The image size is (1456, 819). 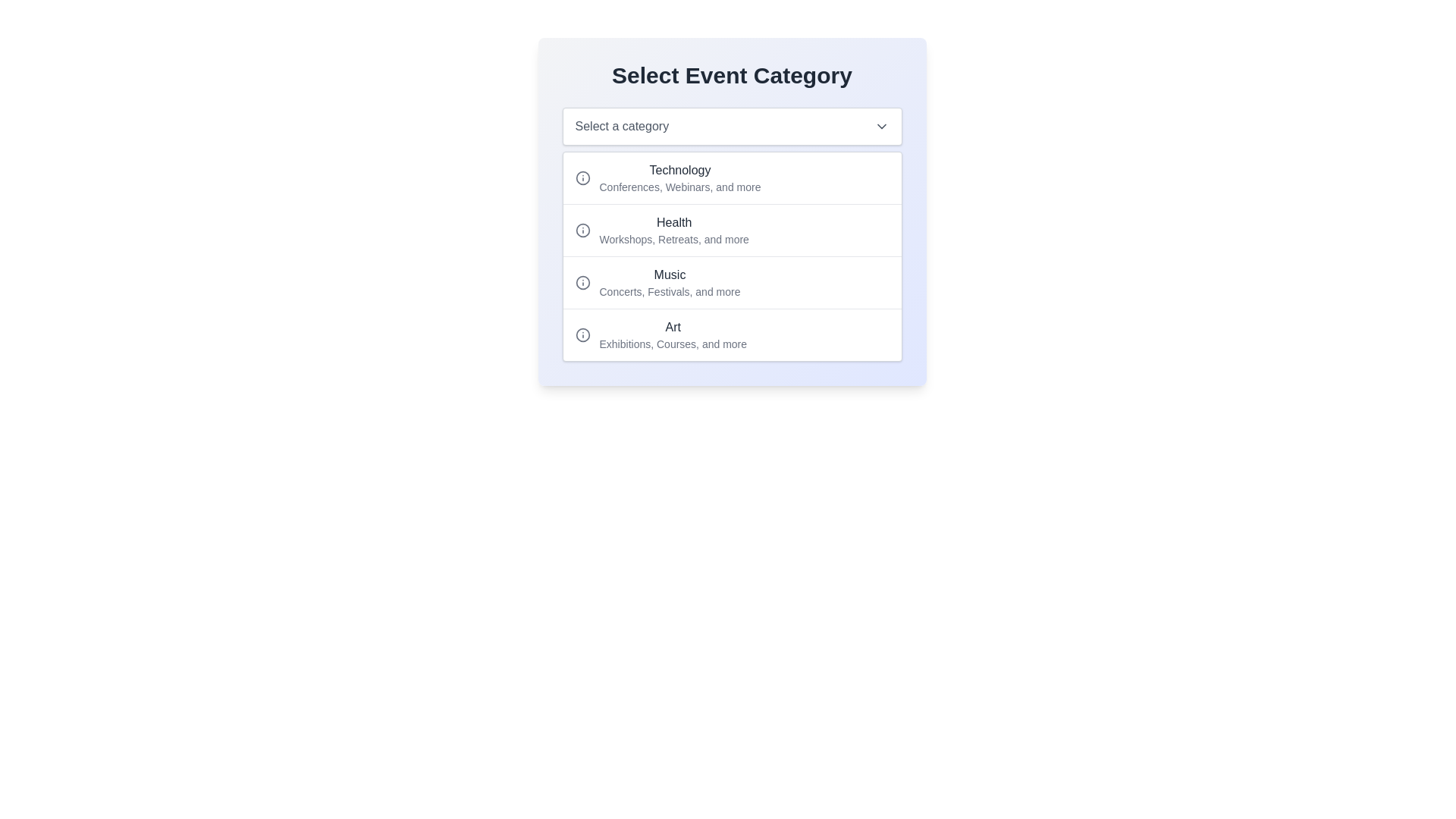 I want to click on the 'Art' category icon, which is the fourth entry in the list of event categories, located to the left of the 'Art' text, so click(x=582, y=334).